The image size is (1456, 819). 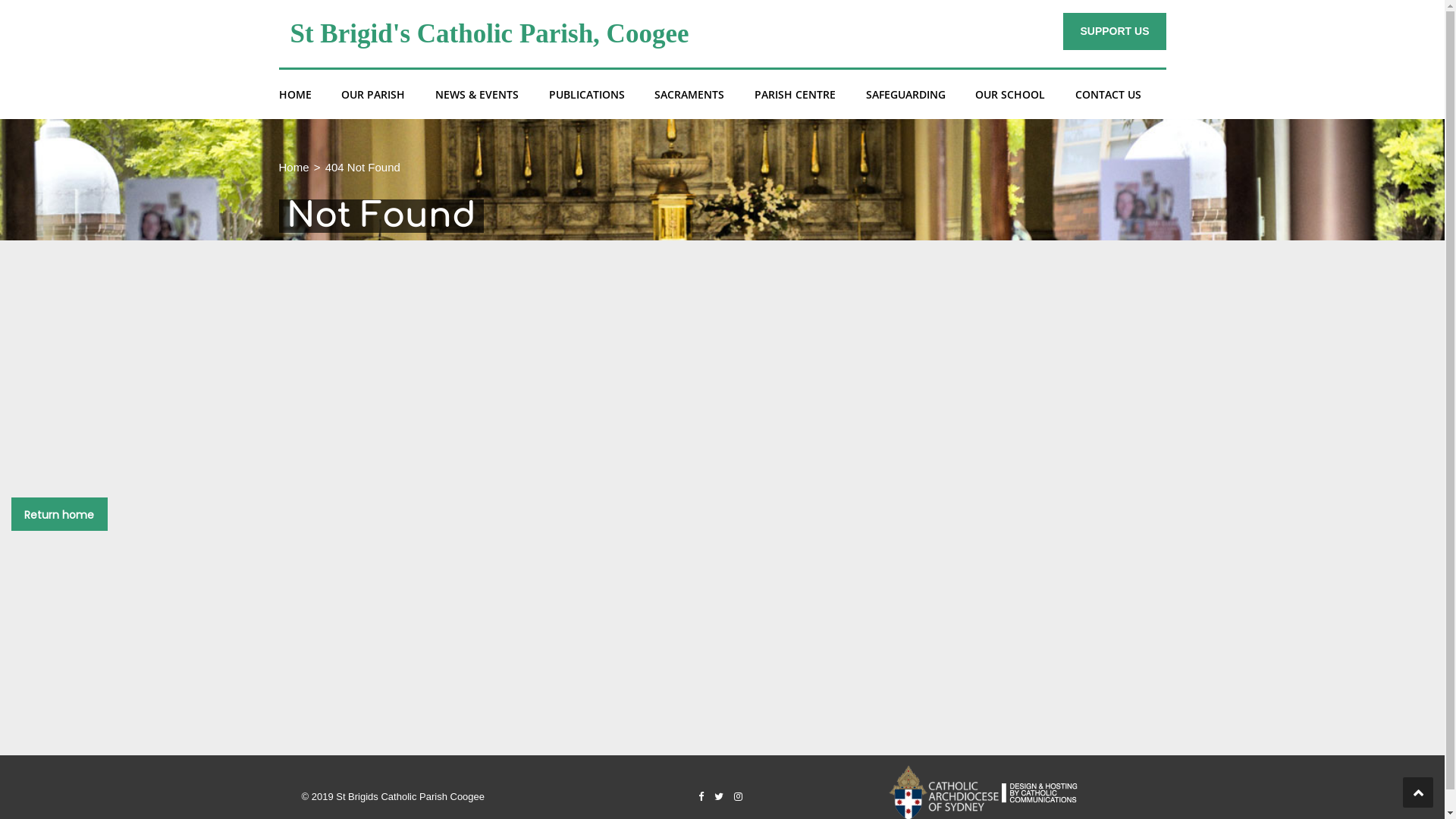 I want to click on 'Twitter', so click(x=718, y=795).